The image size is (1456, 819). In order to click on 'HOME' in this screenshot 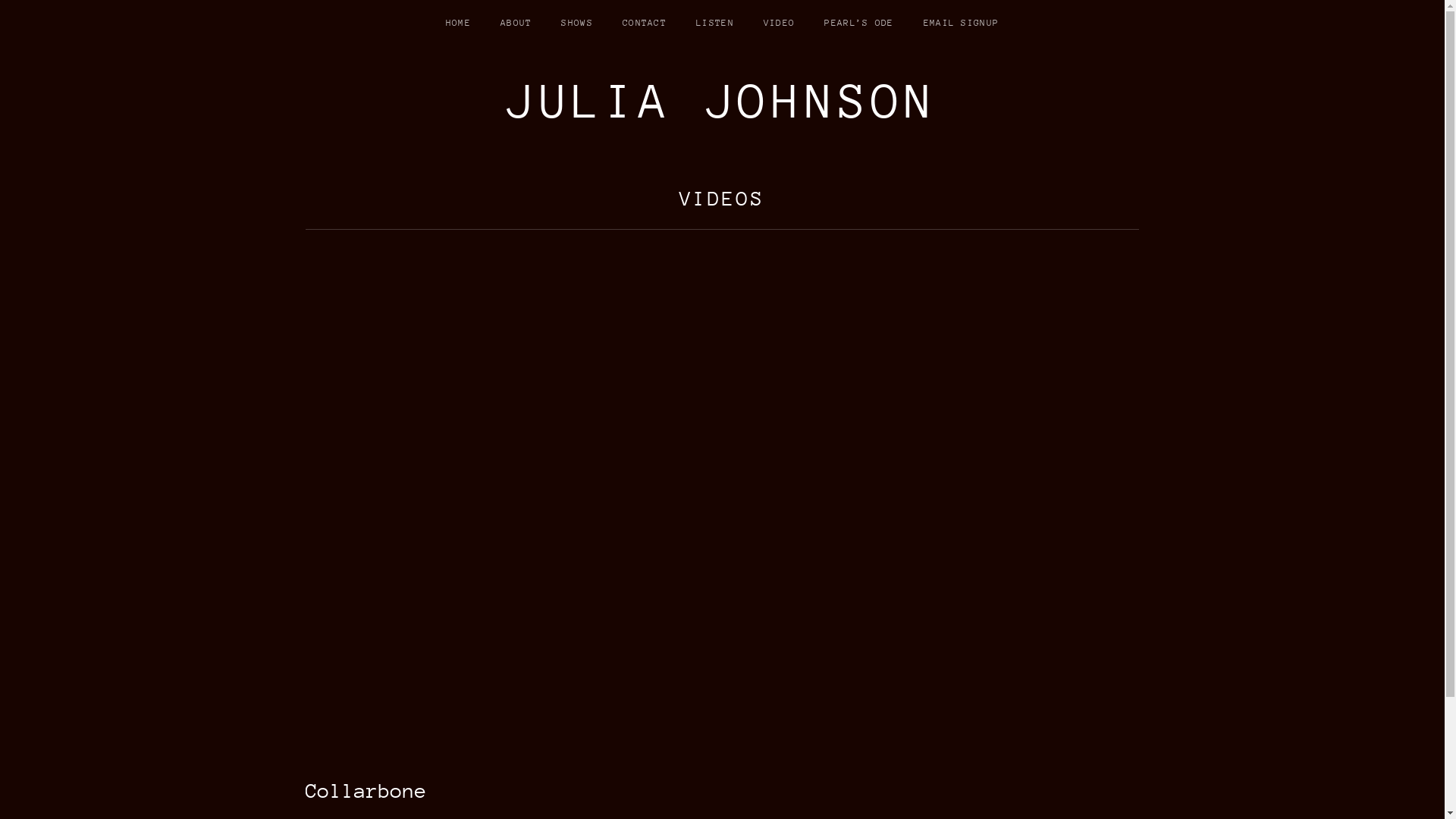, I will do `click(457, 23)`.